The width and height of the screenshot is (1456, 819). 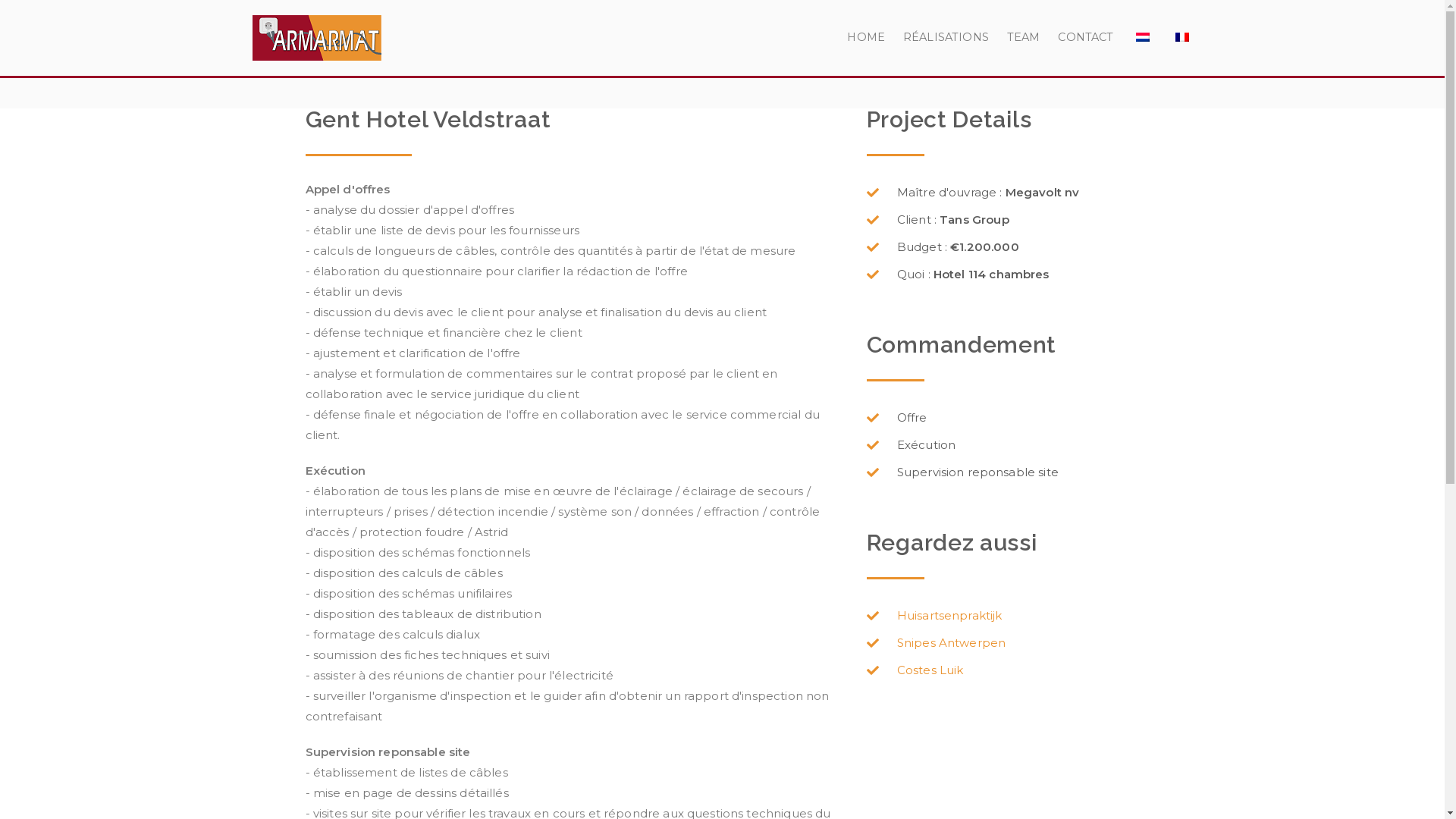 What do you see at coordinates (866, 616) in the screenshot?
I see `'Huisartsenpraktijk'` at bounding box center [866, 616].